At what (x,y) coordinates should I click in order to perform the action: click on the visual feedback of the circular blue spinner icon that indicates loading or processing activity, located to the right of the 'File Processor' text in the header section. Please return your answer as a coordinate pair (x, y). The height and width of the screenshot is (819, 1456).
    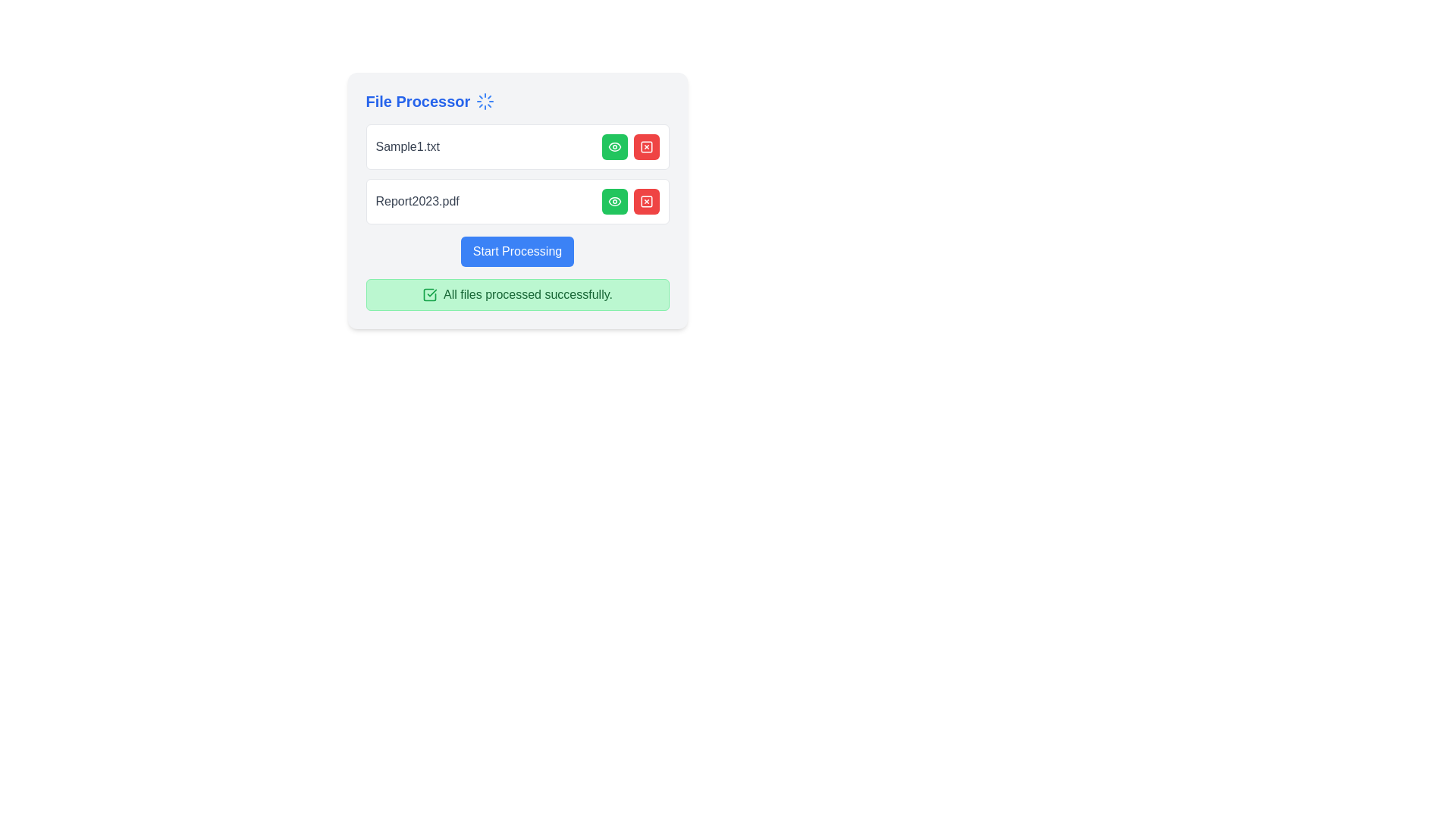
    Looking at the image, I should click on (485, 102).